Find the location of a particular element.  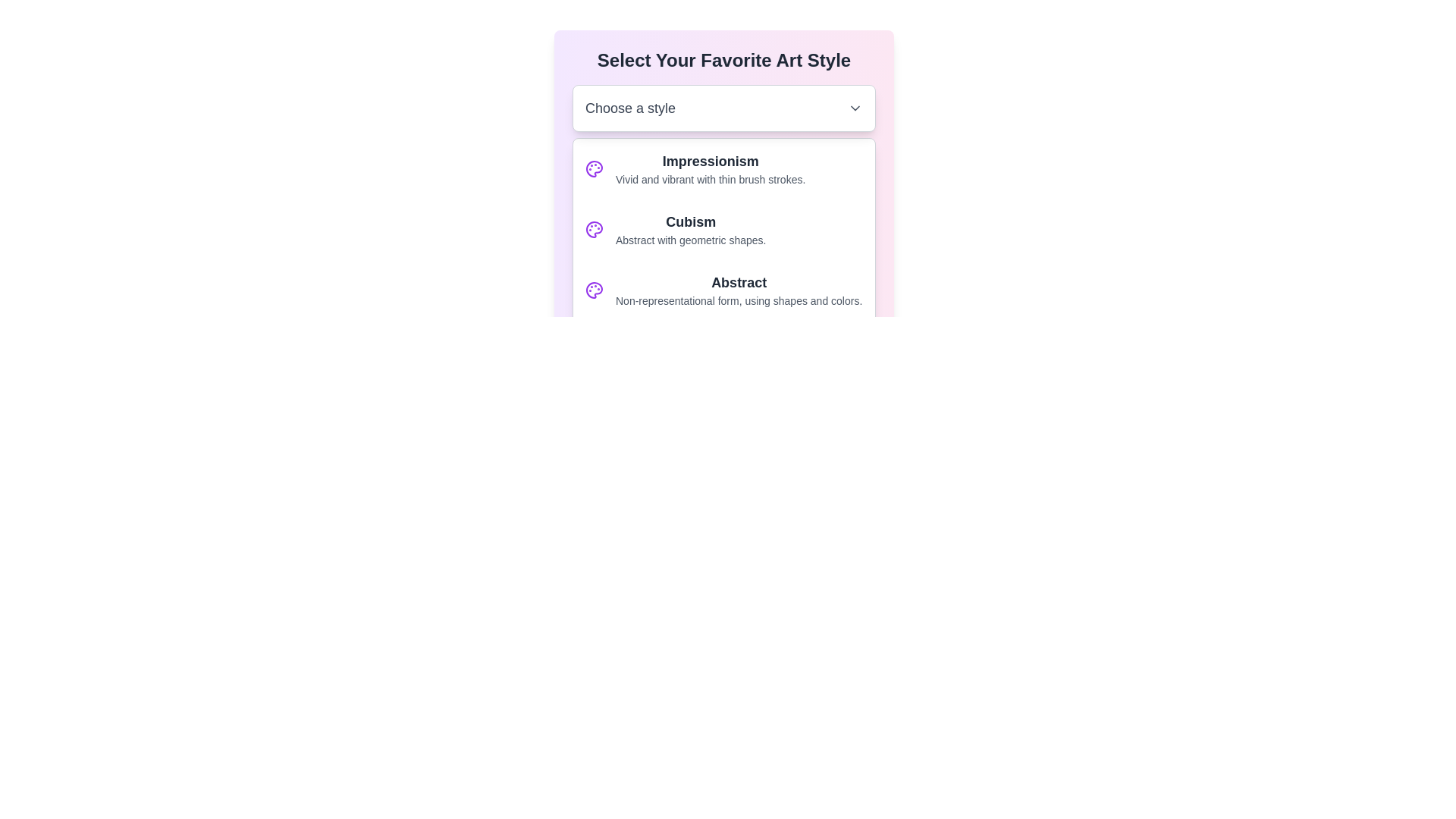

the 'Abstract' art style card, which is the third option in the list of art styles is located at coordinates (723, 290).